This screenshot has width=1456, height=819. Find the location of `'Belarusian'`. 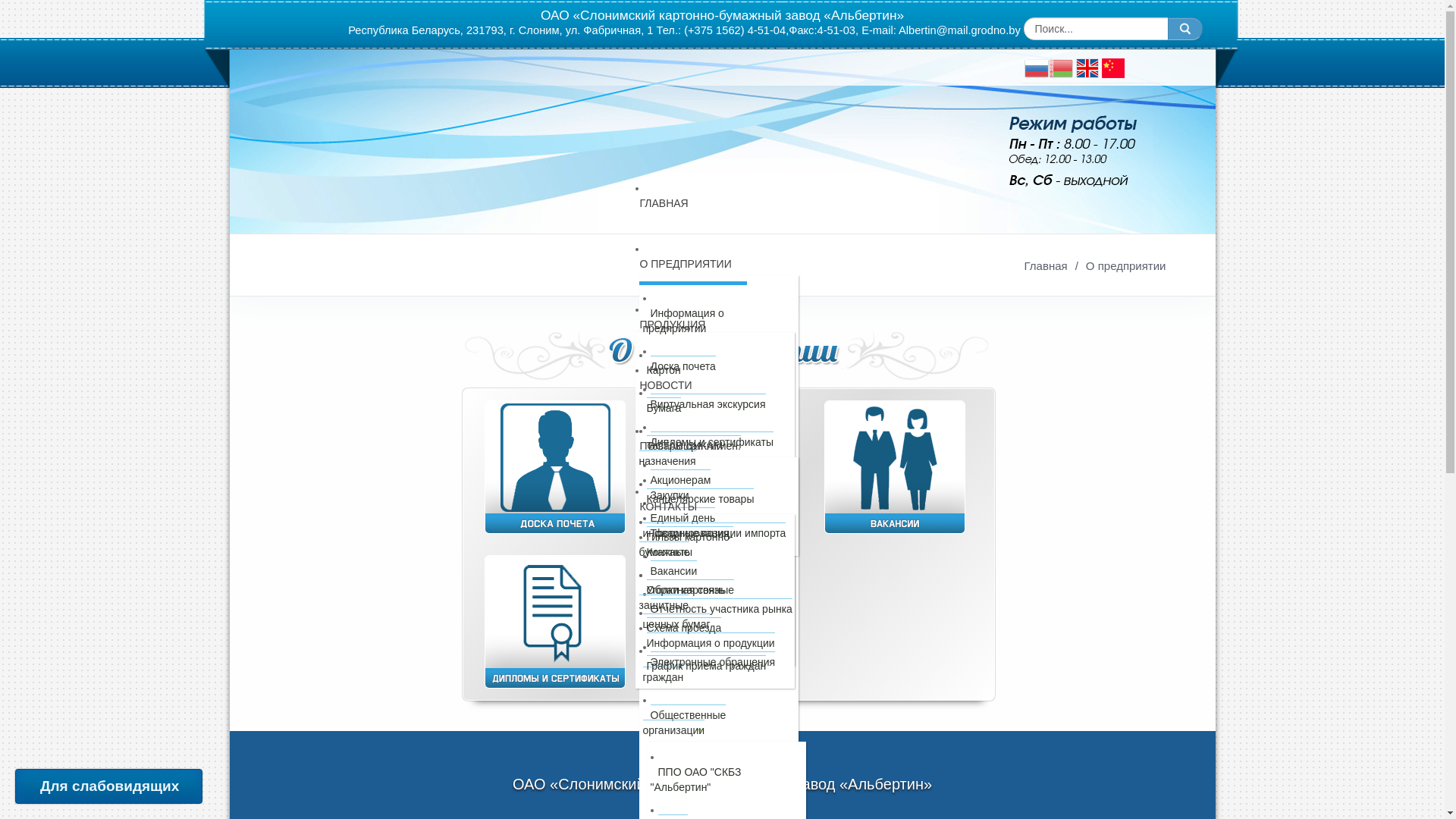

'Belarusian' is located at coordinates (1047, 66).